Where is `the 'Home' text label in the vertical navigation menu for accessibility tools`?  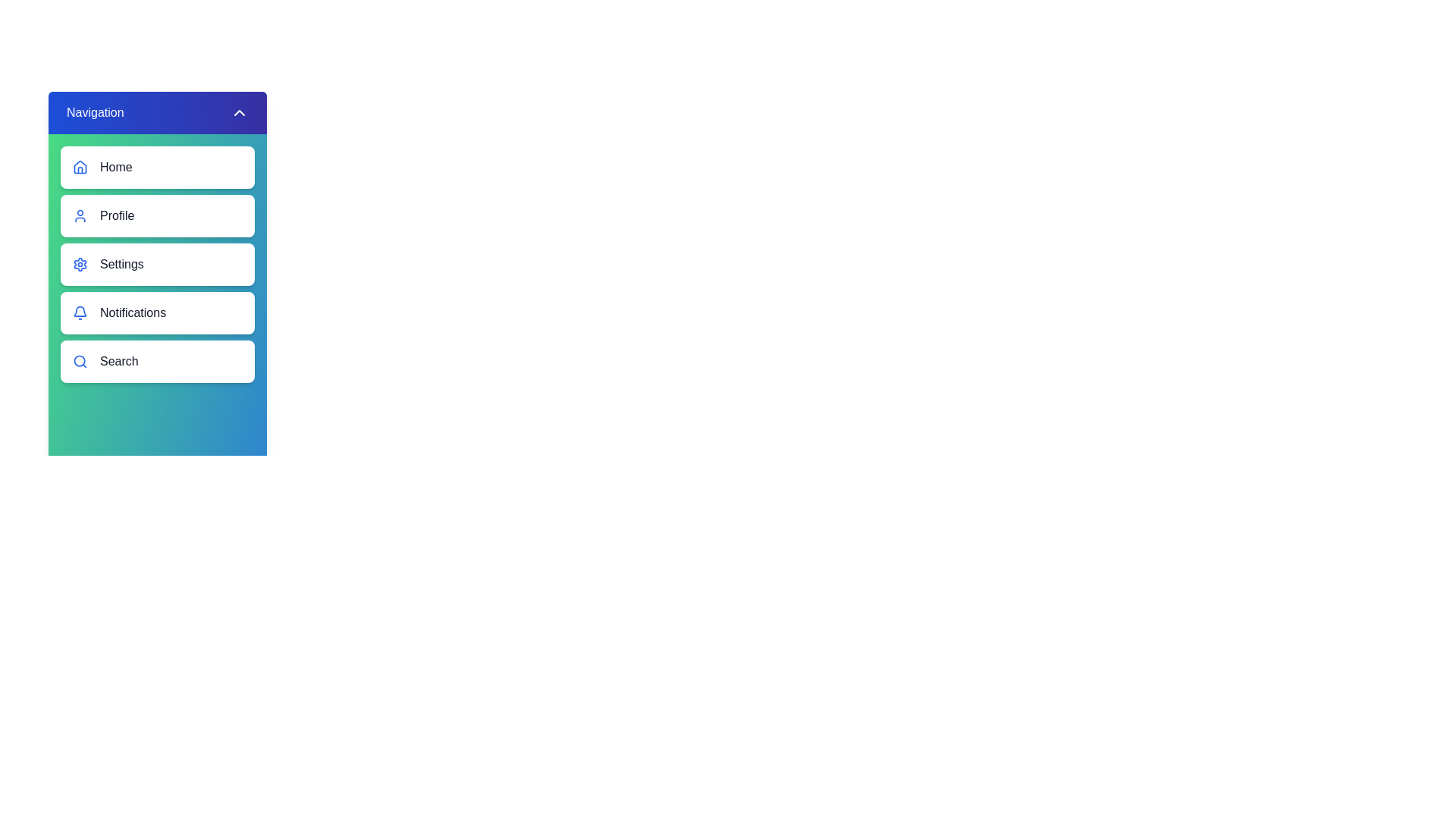 the 'Home' text label in the vertical navigation menu for accessibility tools is located at coordinates (115, 167).